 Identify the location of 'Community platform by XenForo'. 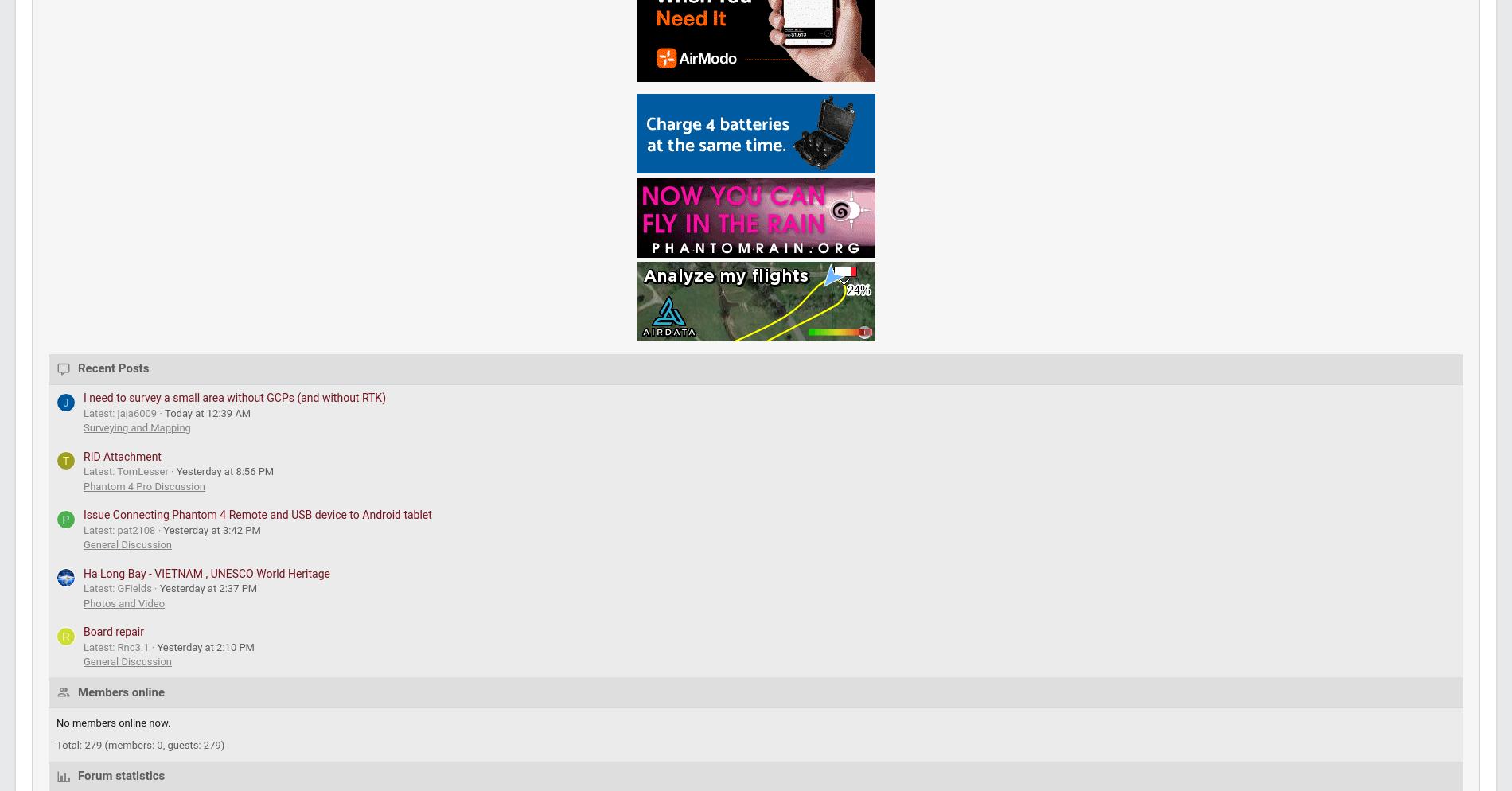
(84, 665).